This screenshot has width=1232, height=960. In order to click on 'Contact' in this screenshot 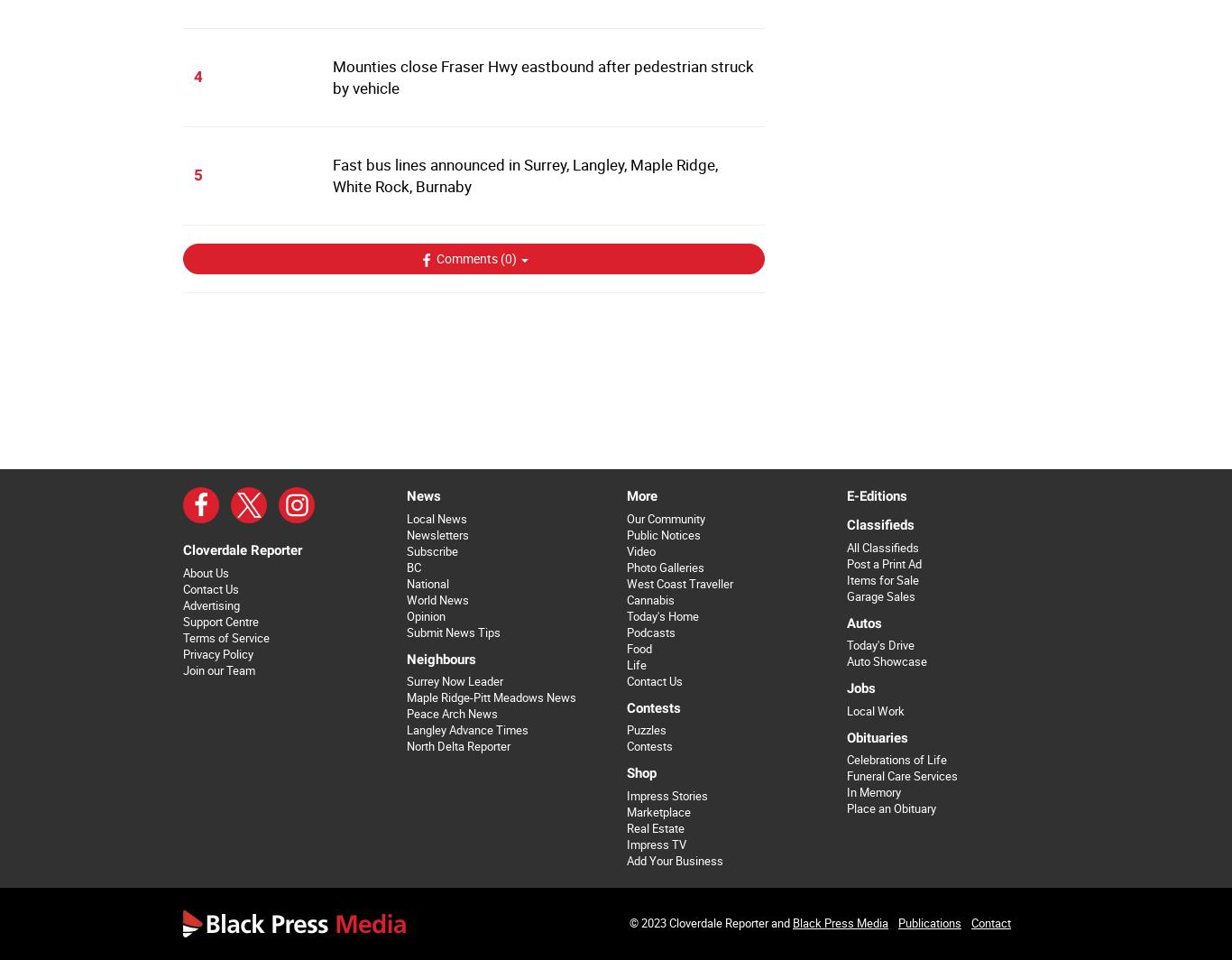, I will do `click(989, 922)`.